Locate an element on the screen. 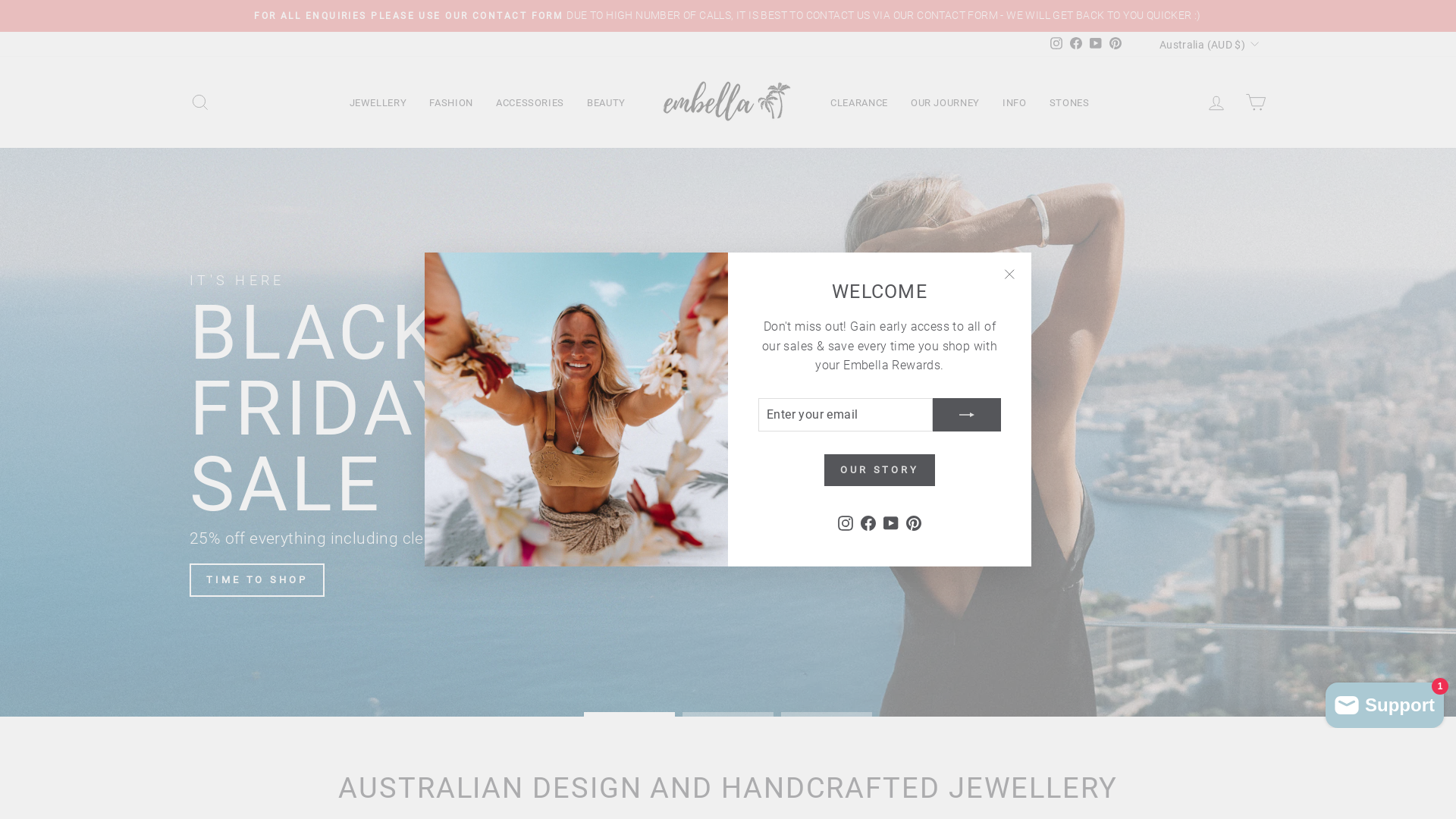 The width and height of the screenshot is (1456, 819). 'BEAUTY' is located at coordinates (574, 102).